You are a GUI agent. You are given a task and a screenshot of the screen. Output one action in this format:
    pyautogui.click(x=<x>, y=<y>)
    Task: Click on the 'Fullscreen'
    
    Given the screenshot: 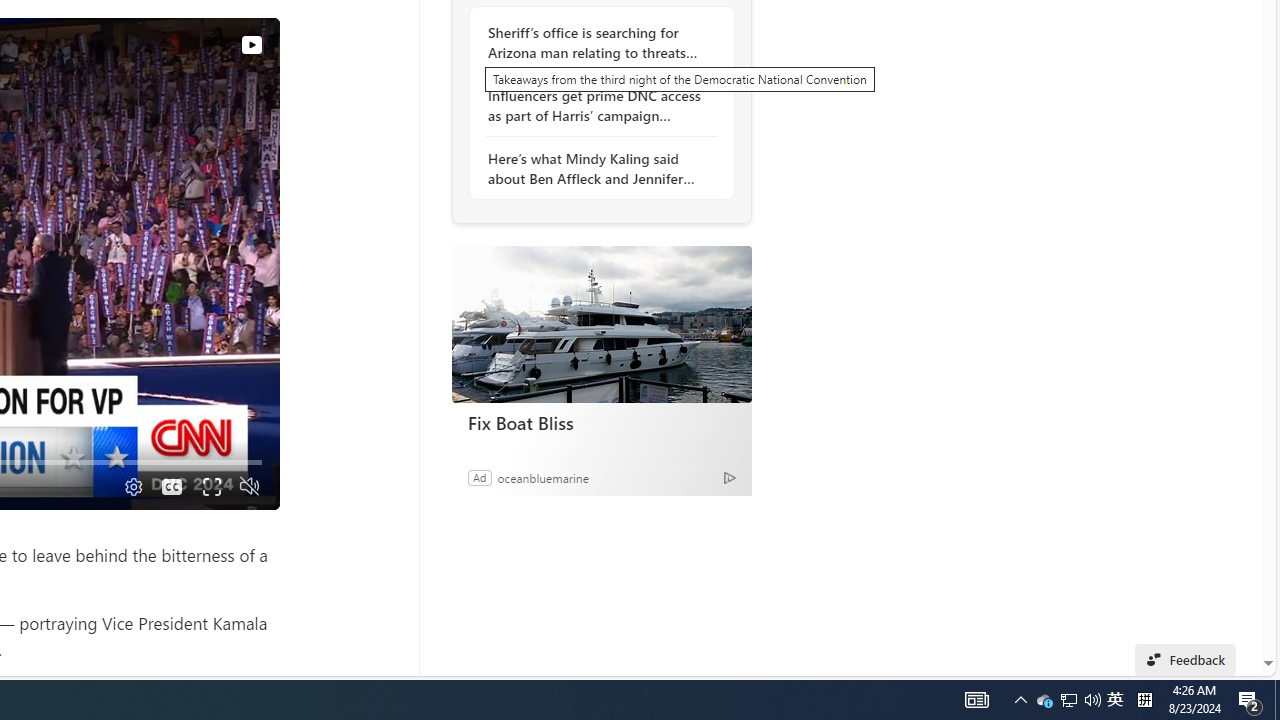 What is the action you would take?
    pyautogui.click(x=211, y=486)
    